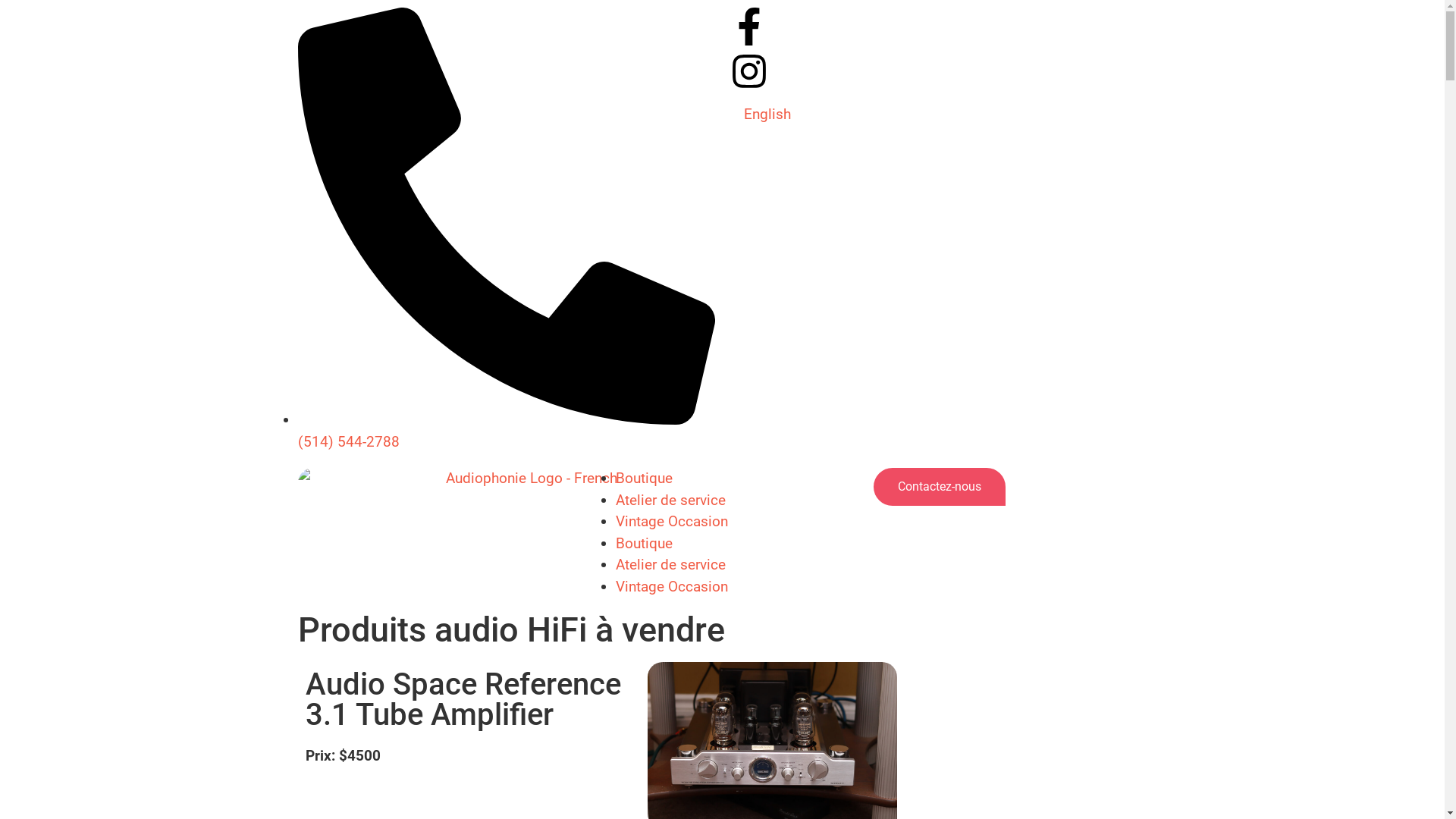 Image resolution: width=1456 pixels, height=819 pixels. What do you see at coordinates (670, 500) in the screenshot?
I see `'Atelier de service'` at bounding box center [670, 500].